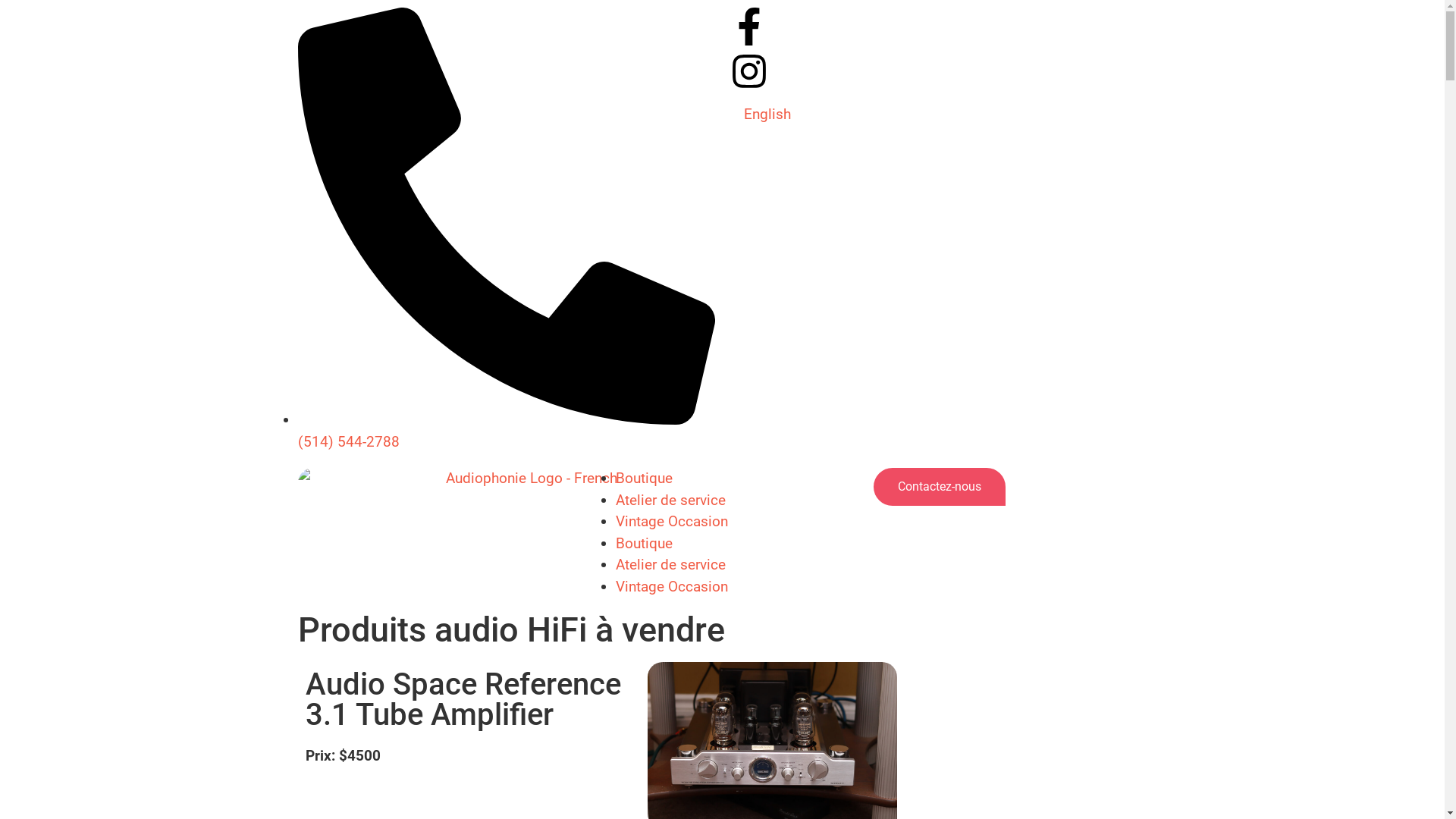 Image resolution: width=1456 pixels, height=819 pixels. What do you see at coordinates (670, 500) in the screenshot?
I see `'Atelier de service'` at bounding box center [670, 500].